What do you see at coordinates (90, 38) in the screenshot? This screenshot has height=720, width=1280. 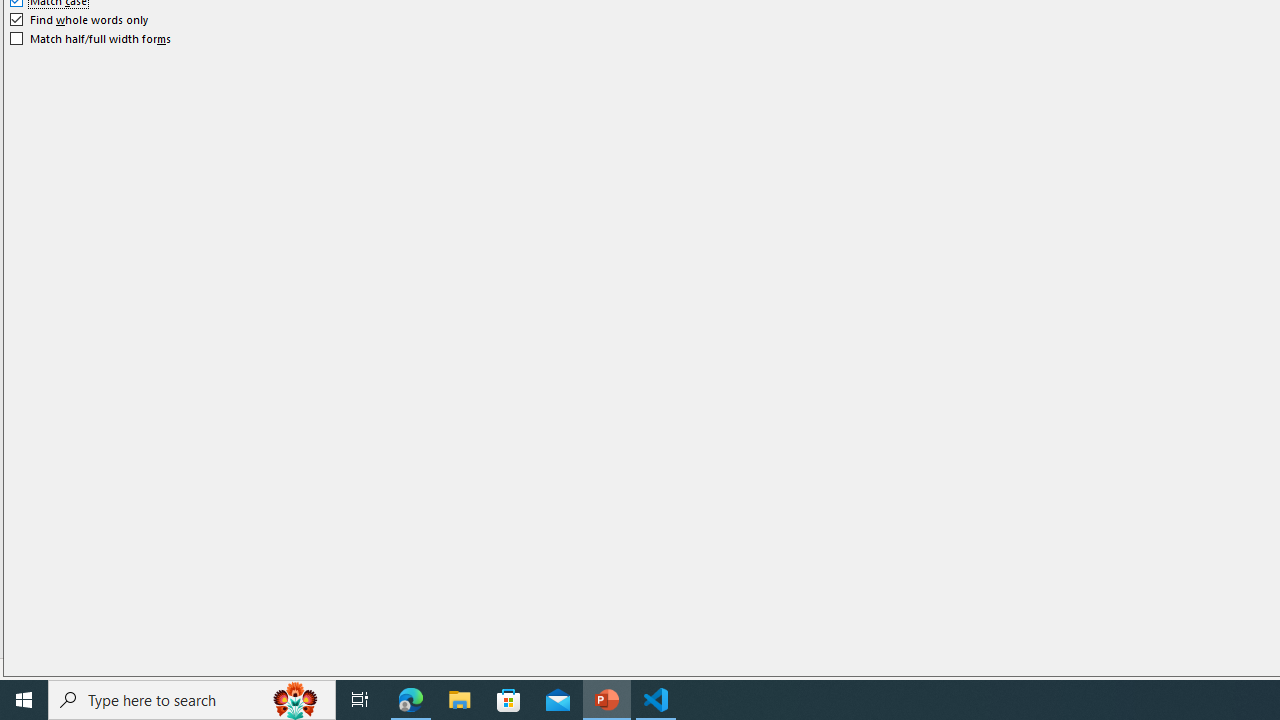 I see `'Match half/full width forms'` at bounding box center [90, 38].